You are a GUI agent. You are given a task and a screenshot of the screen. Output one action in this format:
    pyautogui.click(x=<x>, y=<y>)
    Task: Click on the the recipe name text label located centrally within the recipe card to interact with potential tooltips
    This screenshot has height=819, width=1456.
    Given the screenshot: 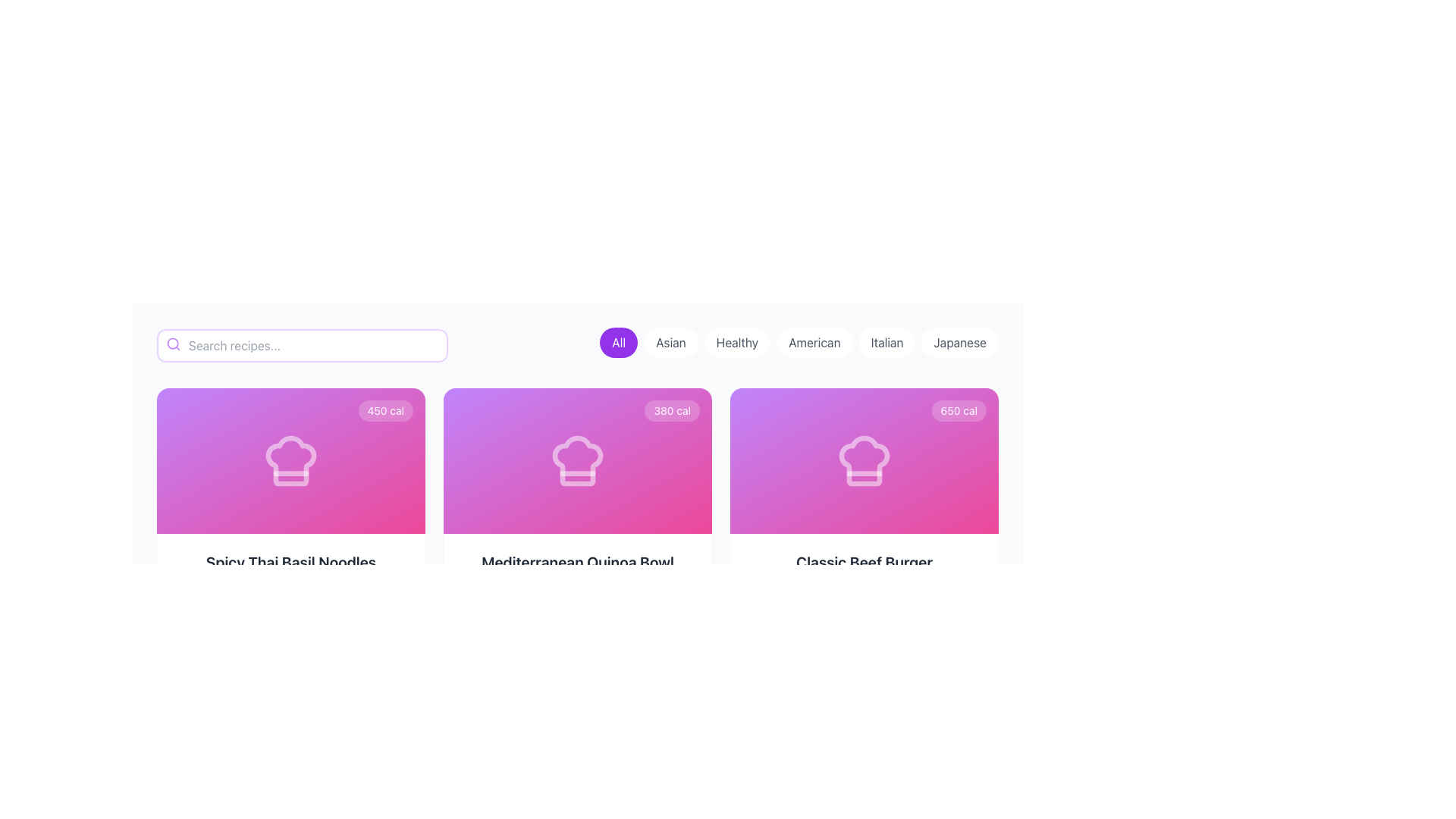 What is the action you would take?
    pyautogui.click(x=577, y=562)
    